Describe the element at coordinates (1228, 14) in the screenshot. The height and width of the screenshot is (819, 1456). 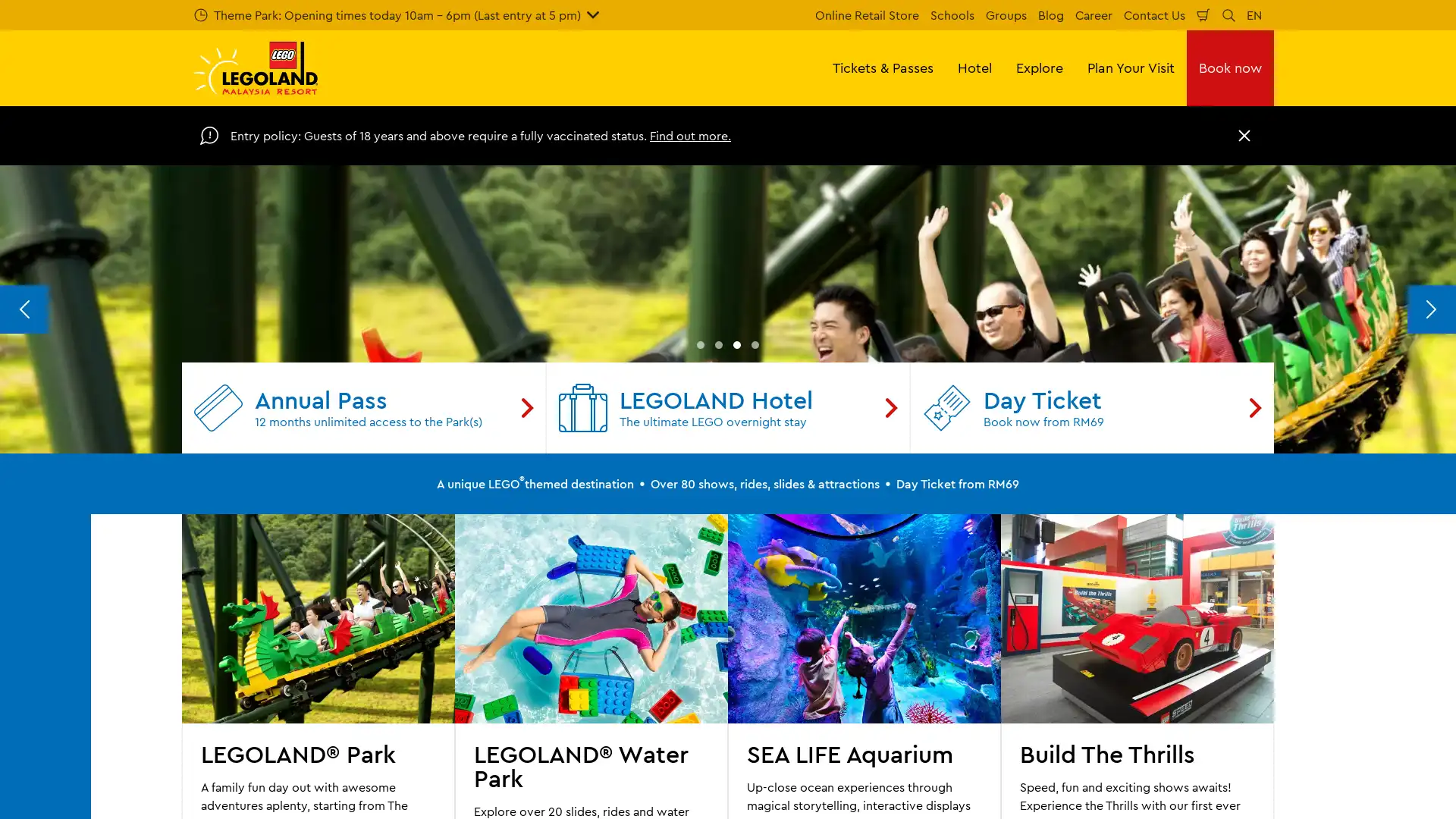
I see `Search` at that location.